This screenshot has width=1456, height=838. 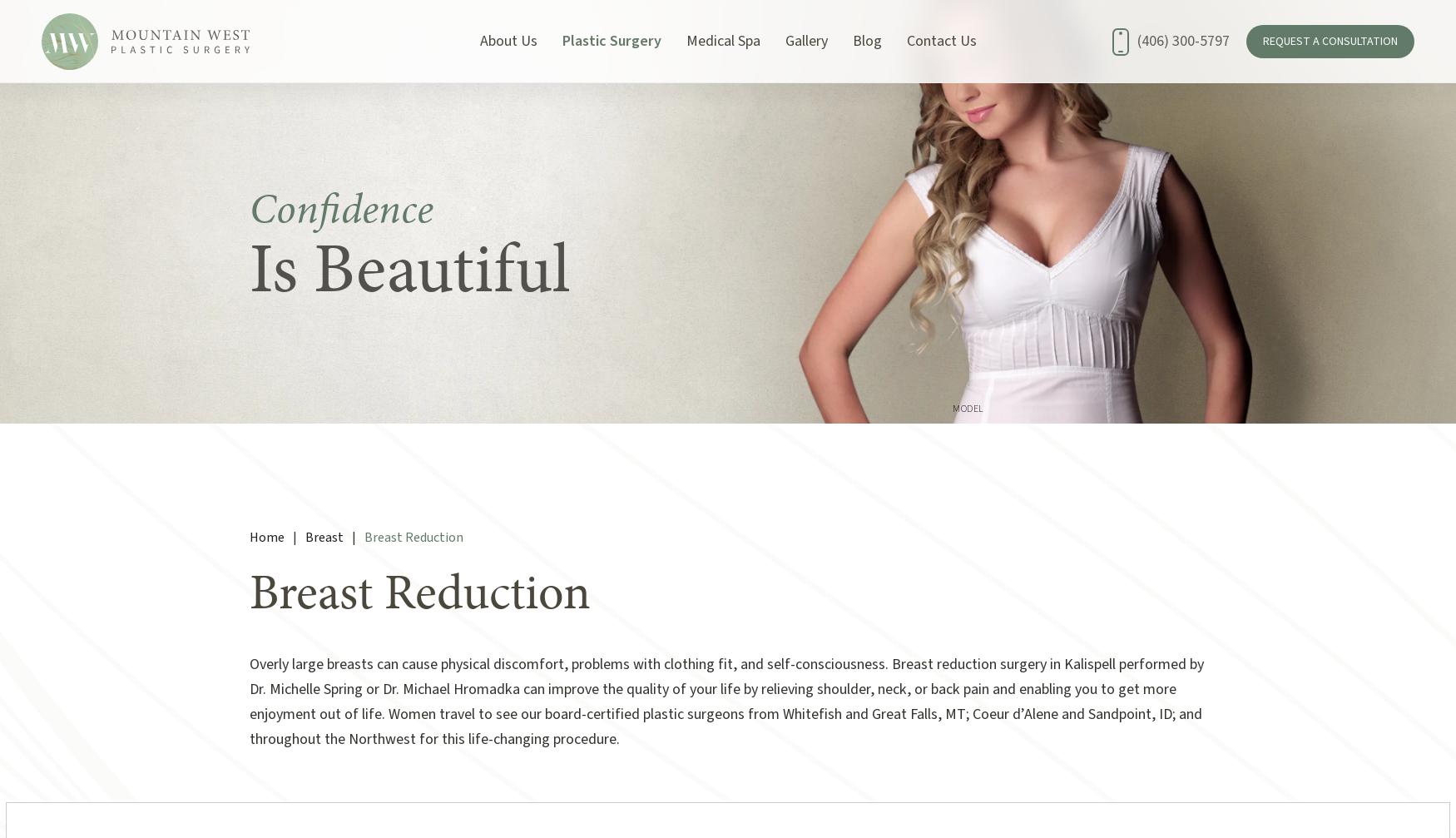 What do you see at coordinates (266, 536) in the screenshot?
I see `'Home'` at bounding box center [266, 536].